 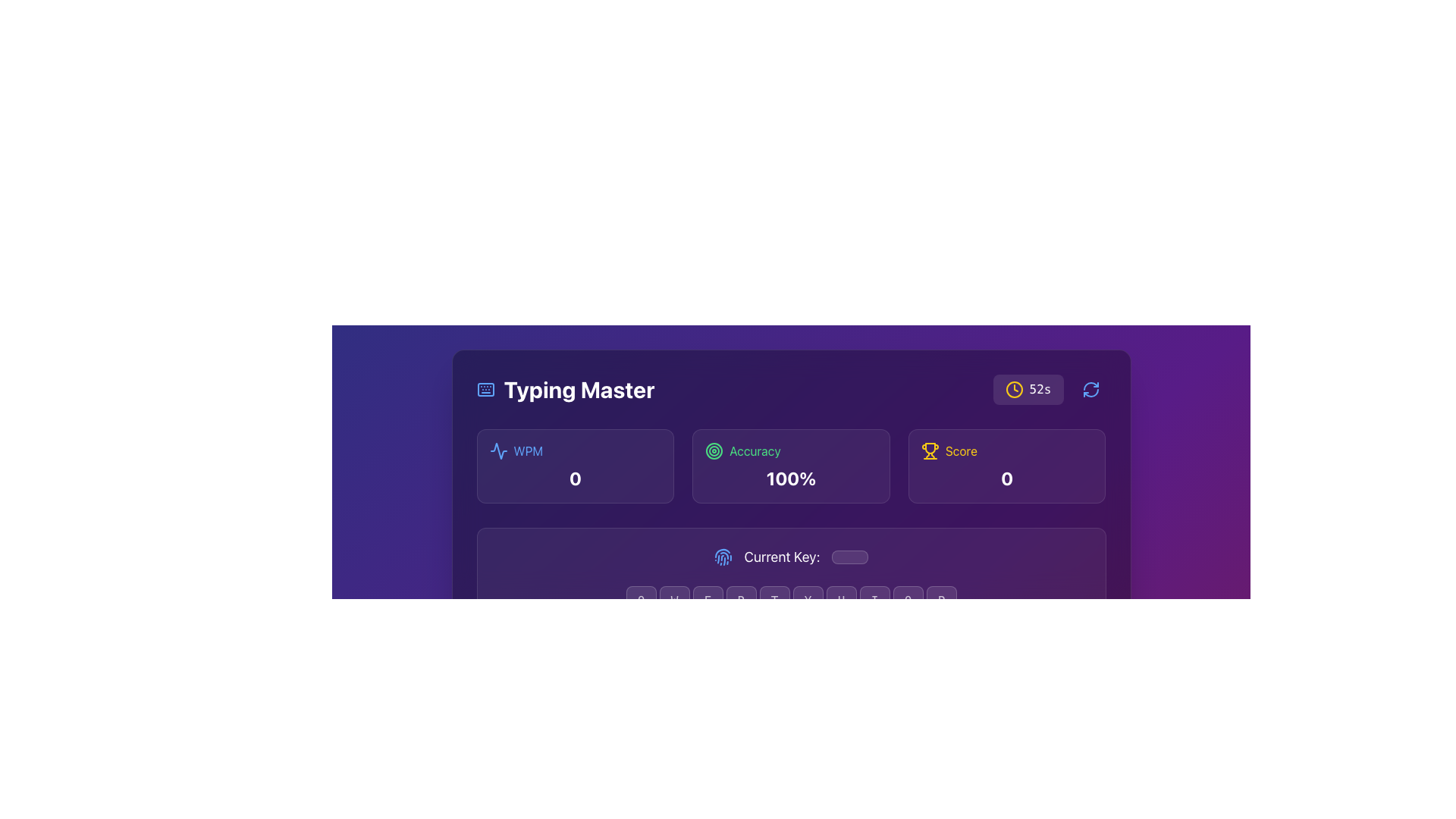 I want to click on the 'Accuracy' label which is styled in green and positioned between a green circular target icon and a percentage label, so click(x=755, y=450).